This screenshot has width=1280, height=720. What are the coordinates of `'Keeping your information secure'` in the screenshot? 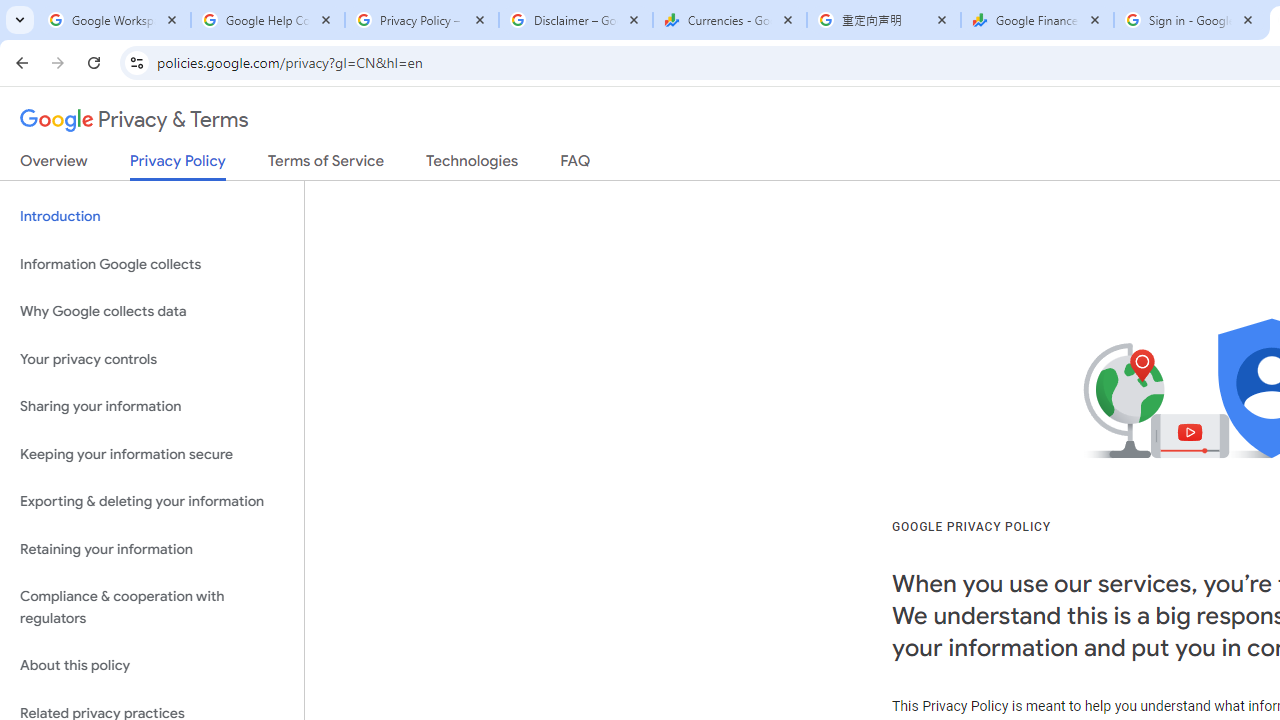 It's located at (151, 454).